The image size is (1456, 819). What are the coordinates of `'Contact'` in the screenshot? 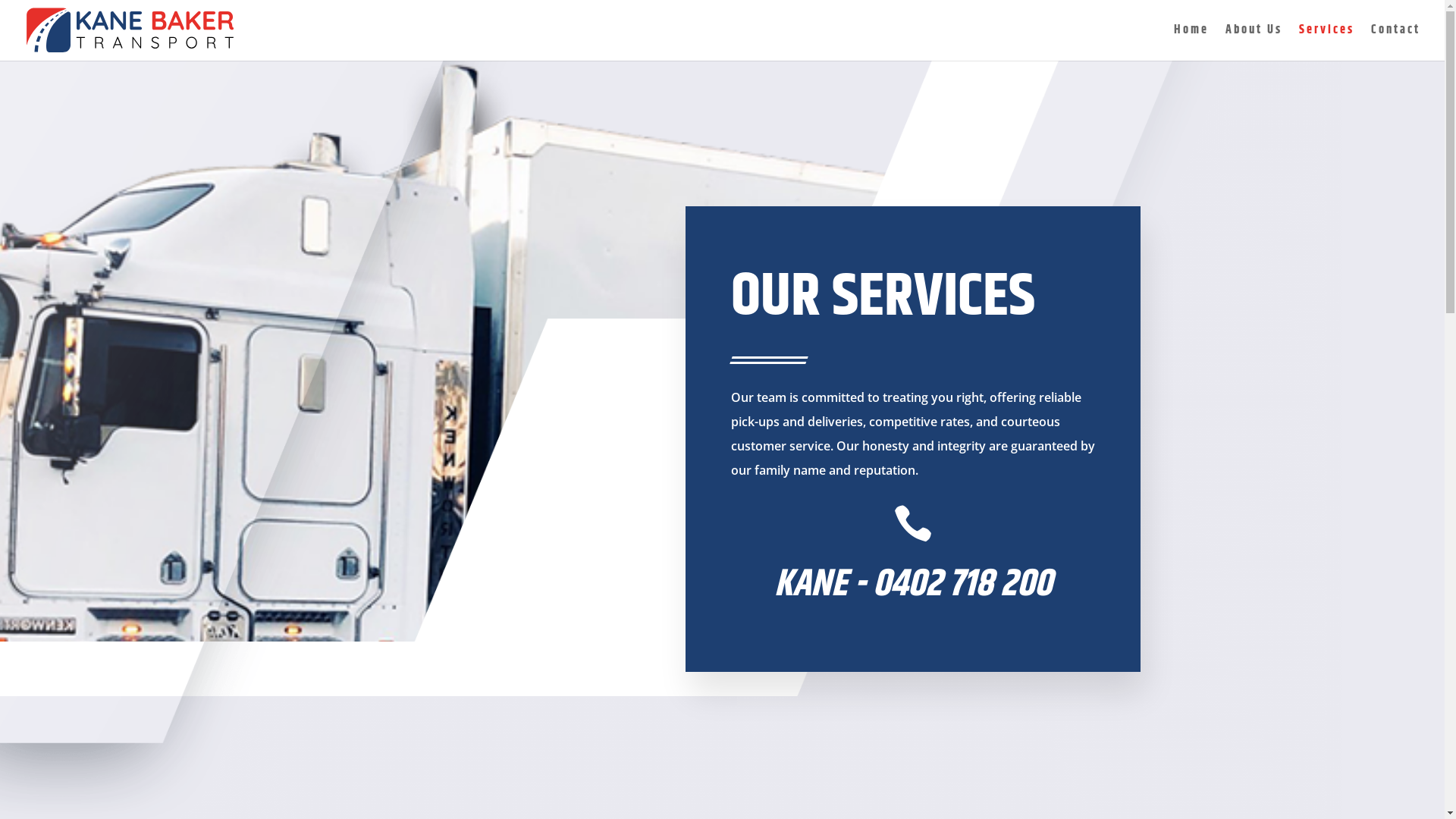 It's located at (1395, 42).